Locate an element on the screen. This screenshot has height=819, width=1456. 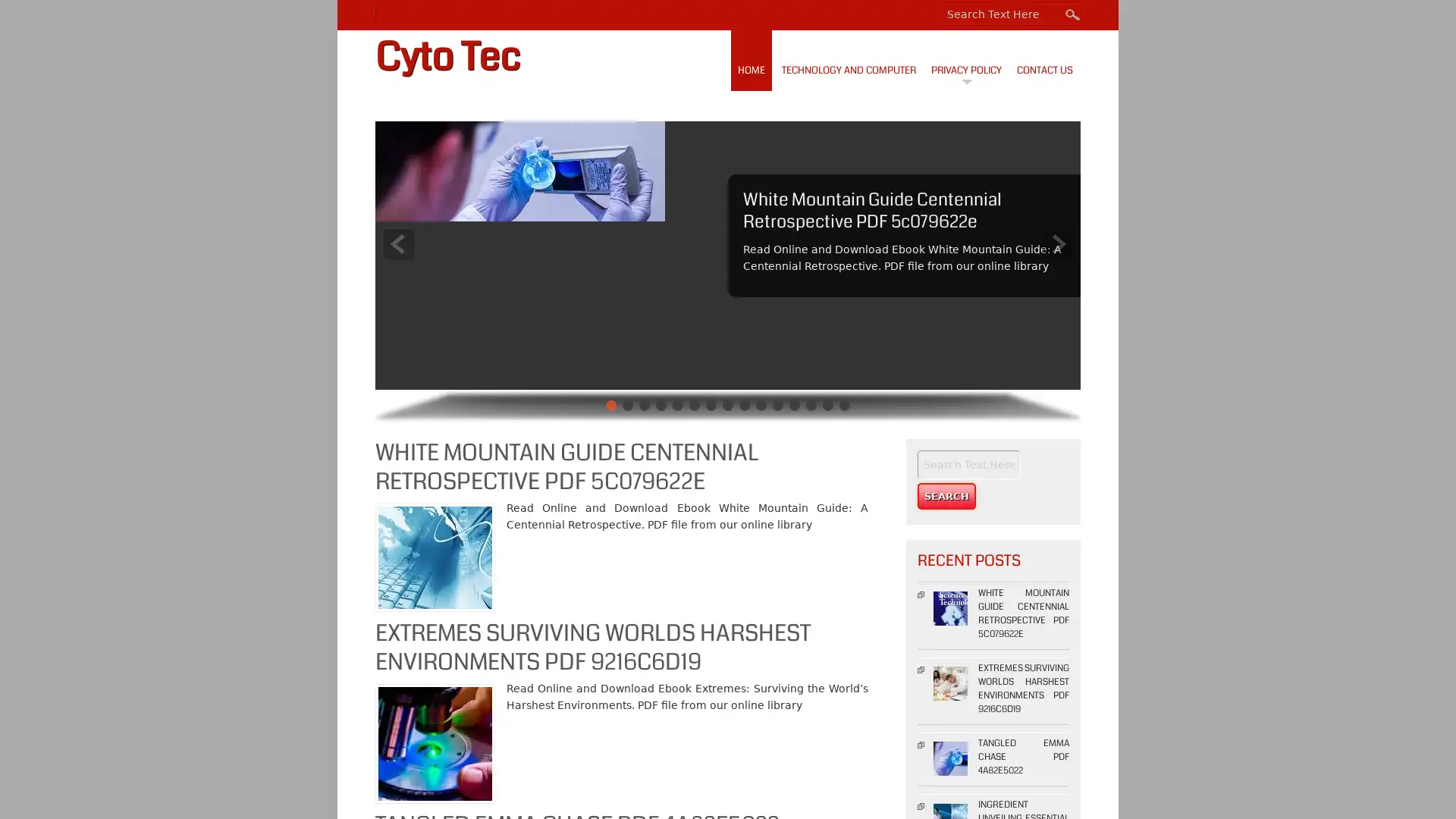
Search is located at coordinates (946, 496).